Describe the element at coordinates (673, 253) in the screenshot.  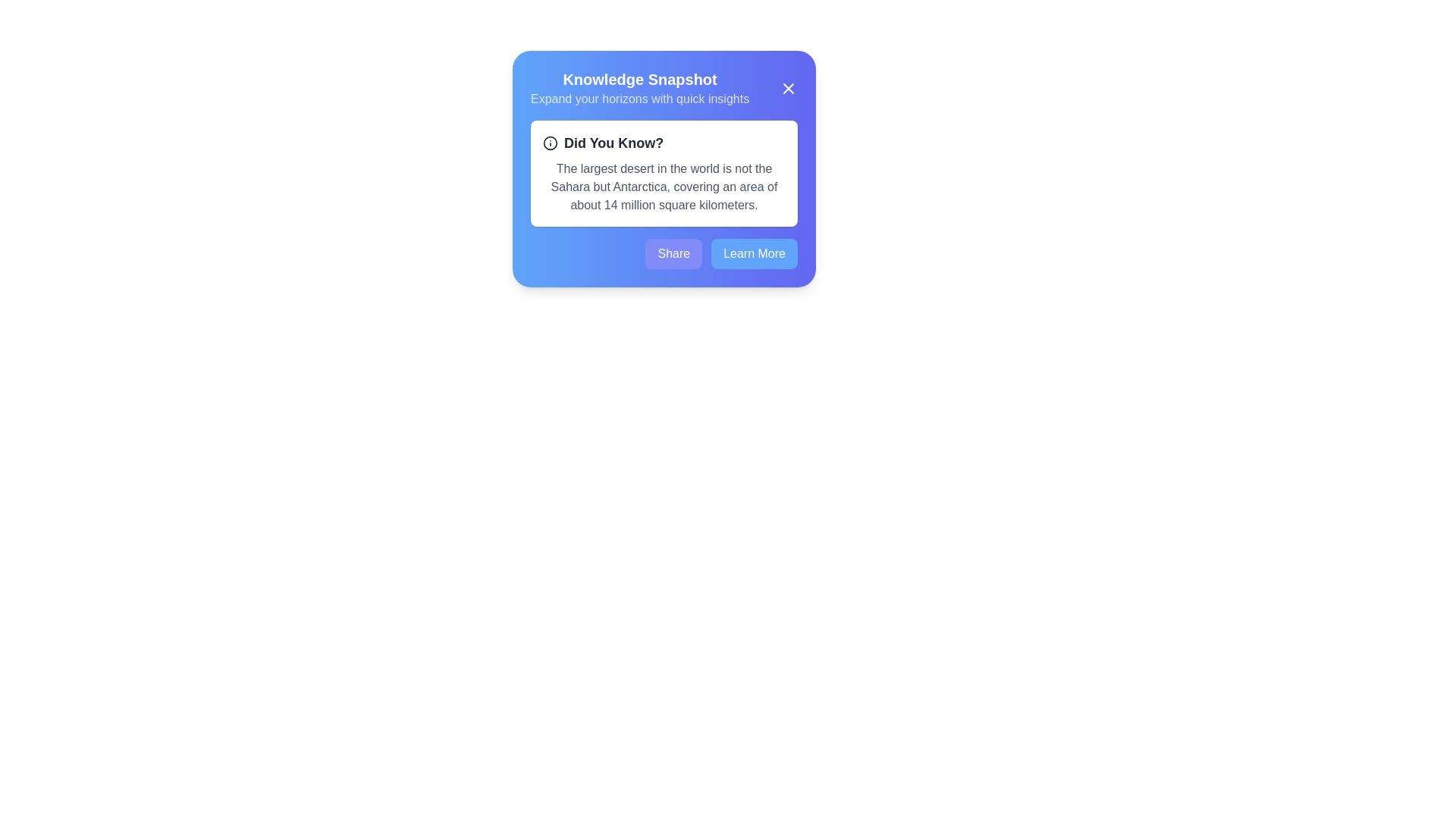
I see `the 'Share' button with rounded corners and a purple background located at the bottom-right of the Knowledge Snapshot dialog box to initiate sharing` at that location.